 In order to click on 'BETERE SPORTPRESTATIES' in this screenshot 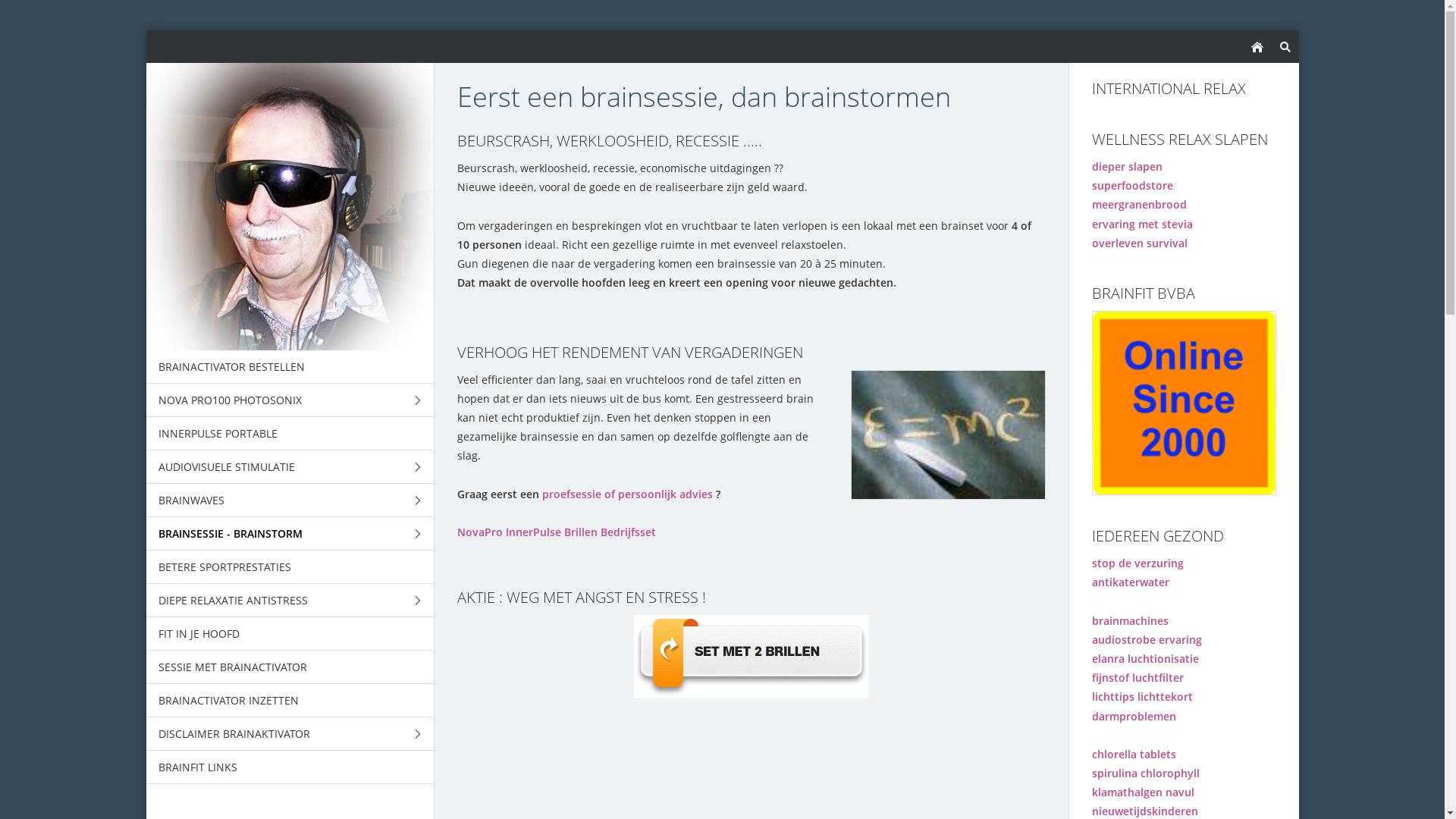, I will do `click(289, 567)`.